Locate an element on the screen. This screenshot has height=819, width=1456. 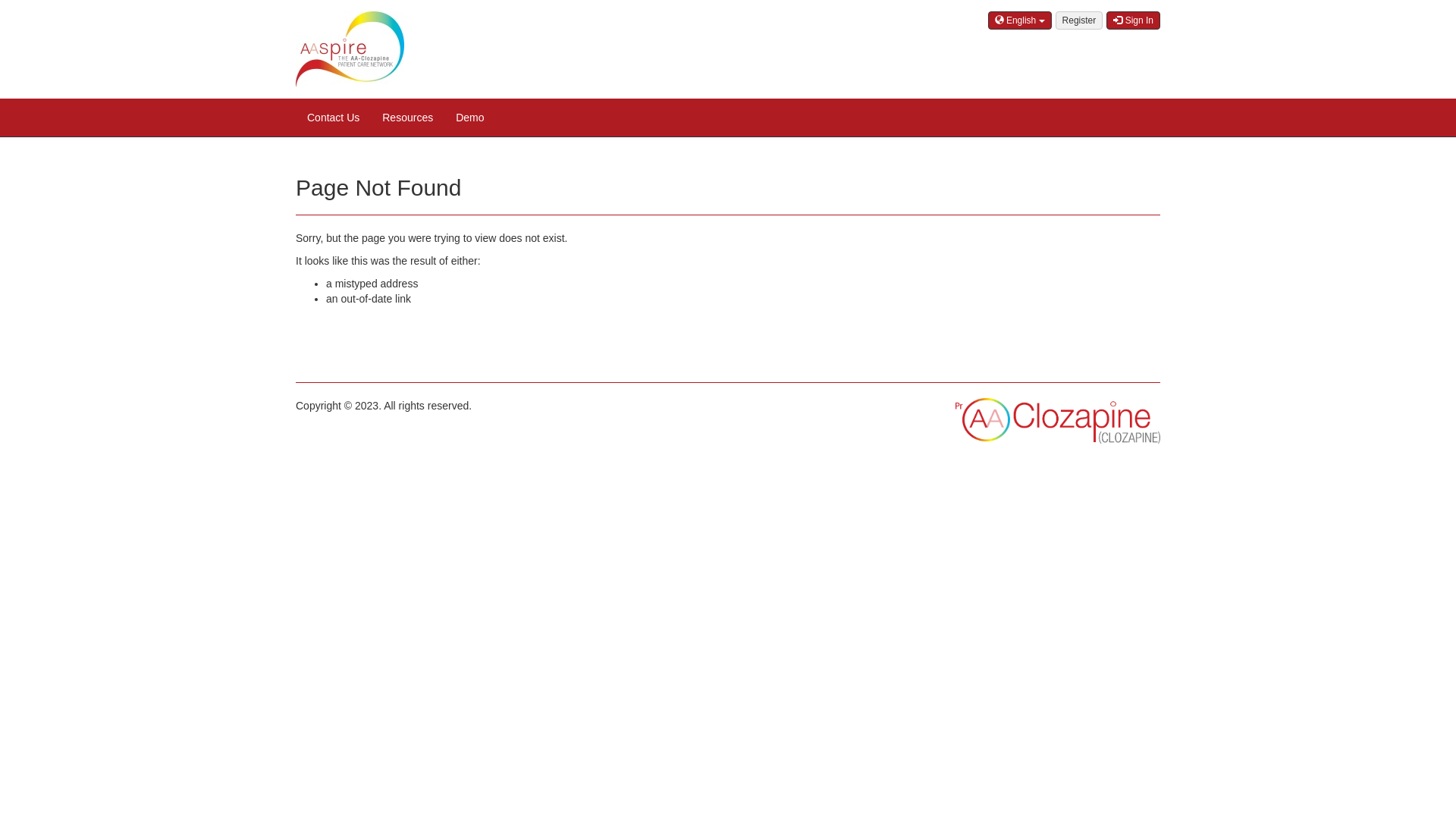
'Resources' is located at coordinates (371, 116).